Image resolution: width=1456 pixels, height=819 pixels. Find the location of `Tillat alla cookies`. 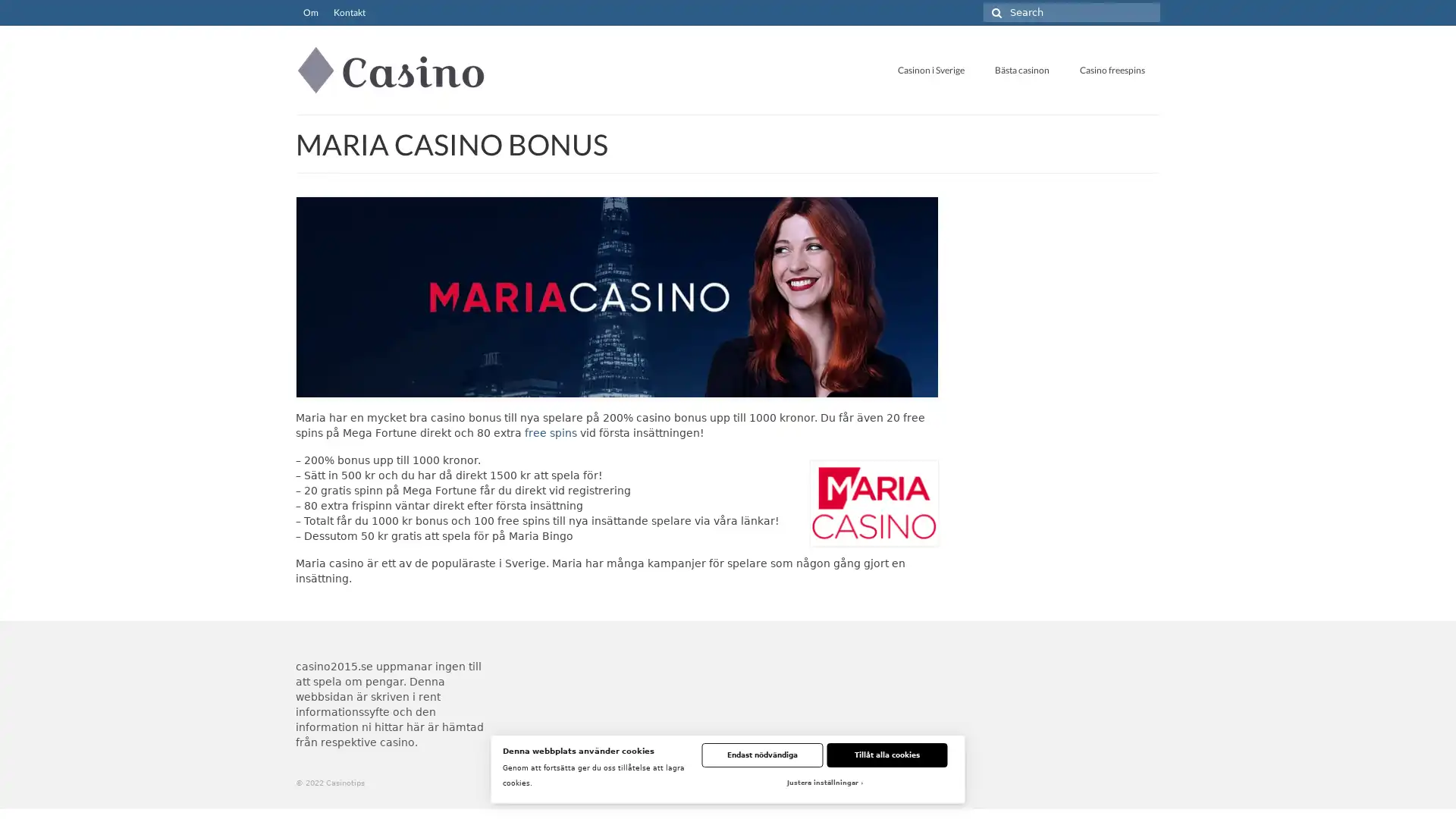

Tillat alla cookies is located at coordinates (886, 755).